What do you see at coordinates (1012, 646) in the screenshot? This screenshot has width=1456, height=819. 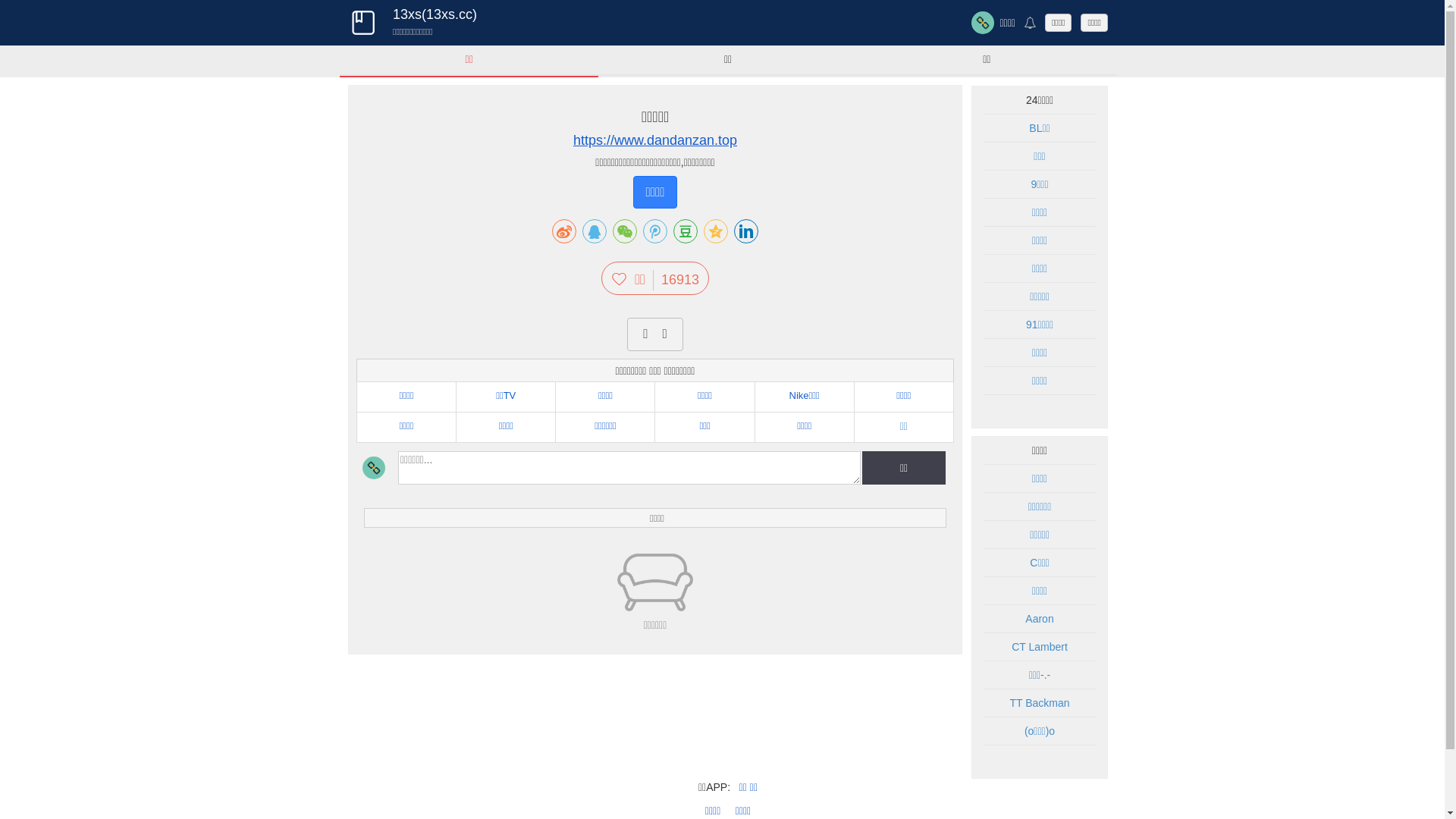 I see `'CT Lambert'` at bounding box center [1012, 646].